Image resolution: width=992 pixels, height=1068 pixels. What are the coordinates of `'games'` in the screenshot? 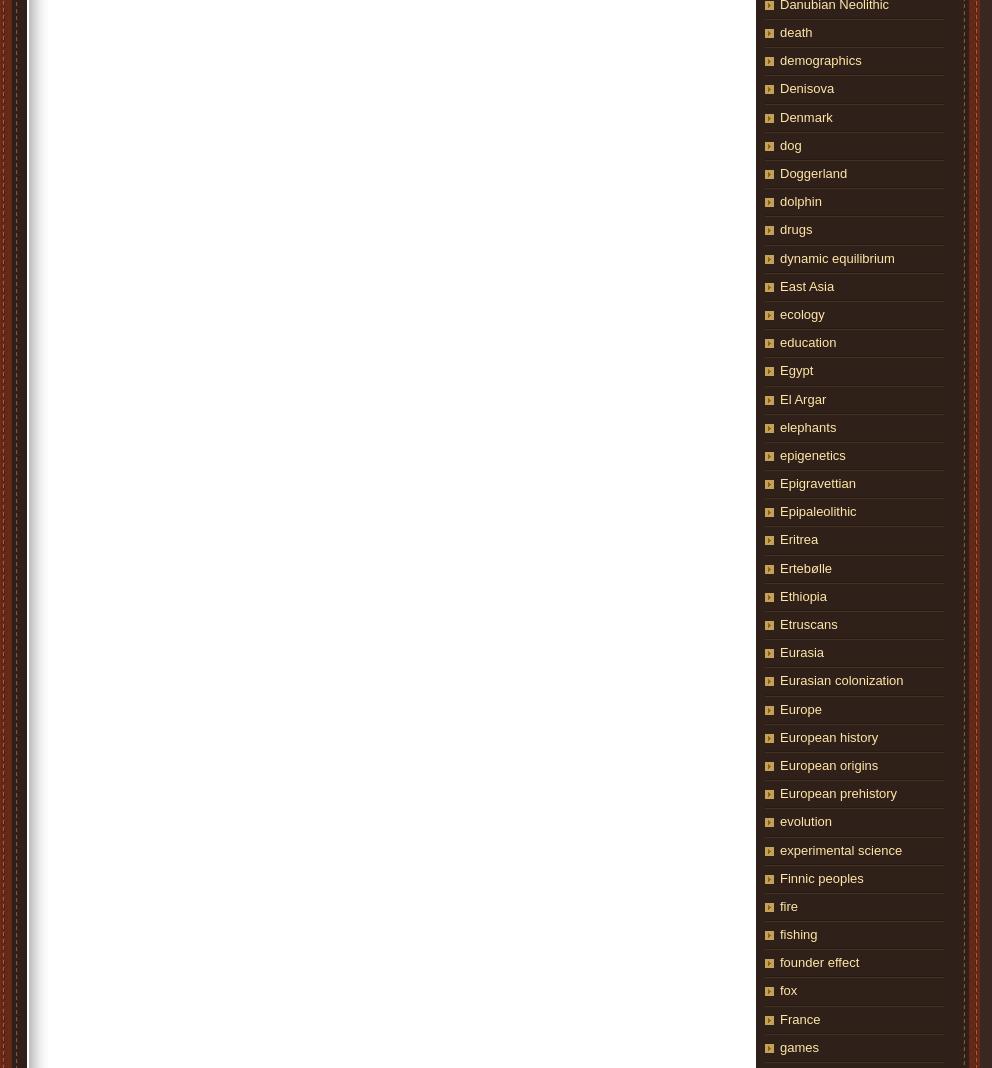 It's located at (799, 1046).